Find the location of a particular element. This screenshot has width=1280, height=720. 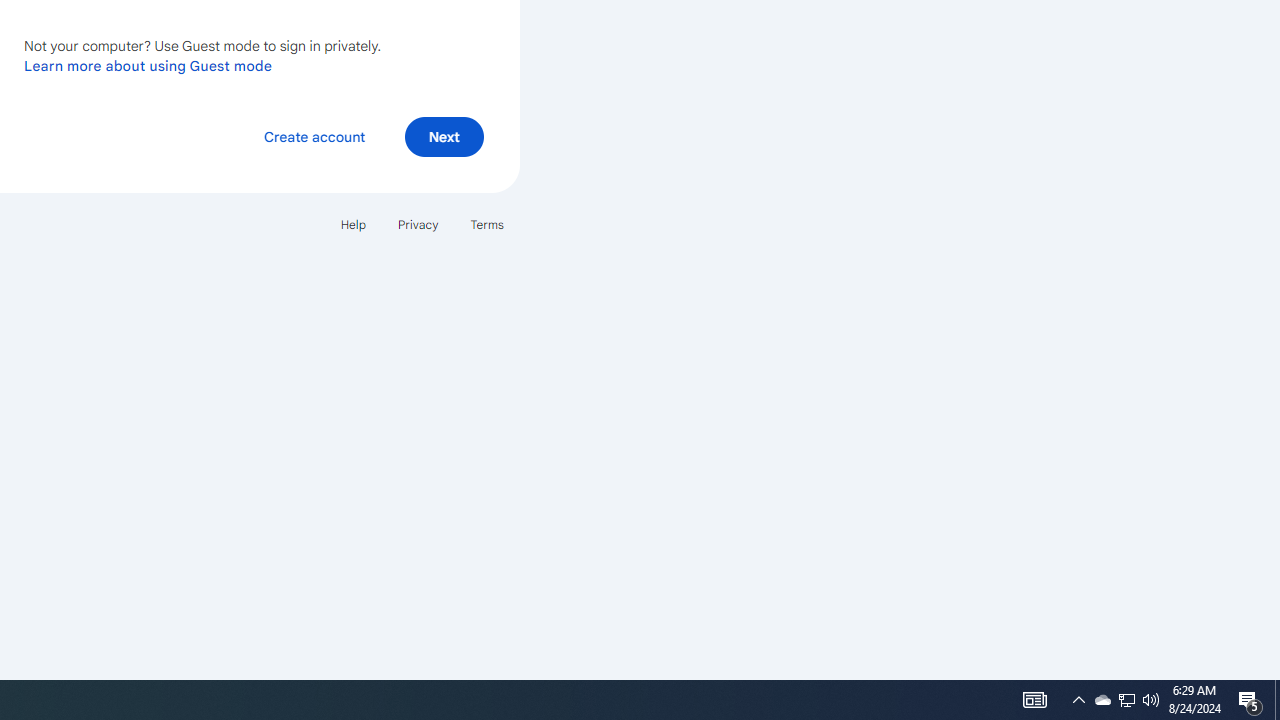

'Learn more about using Guest mode' is located at coordinates (147, 64).